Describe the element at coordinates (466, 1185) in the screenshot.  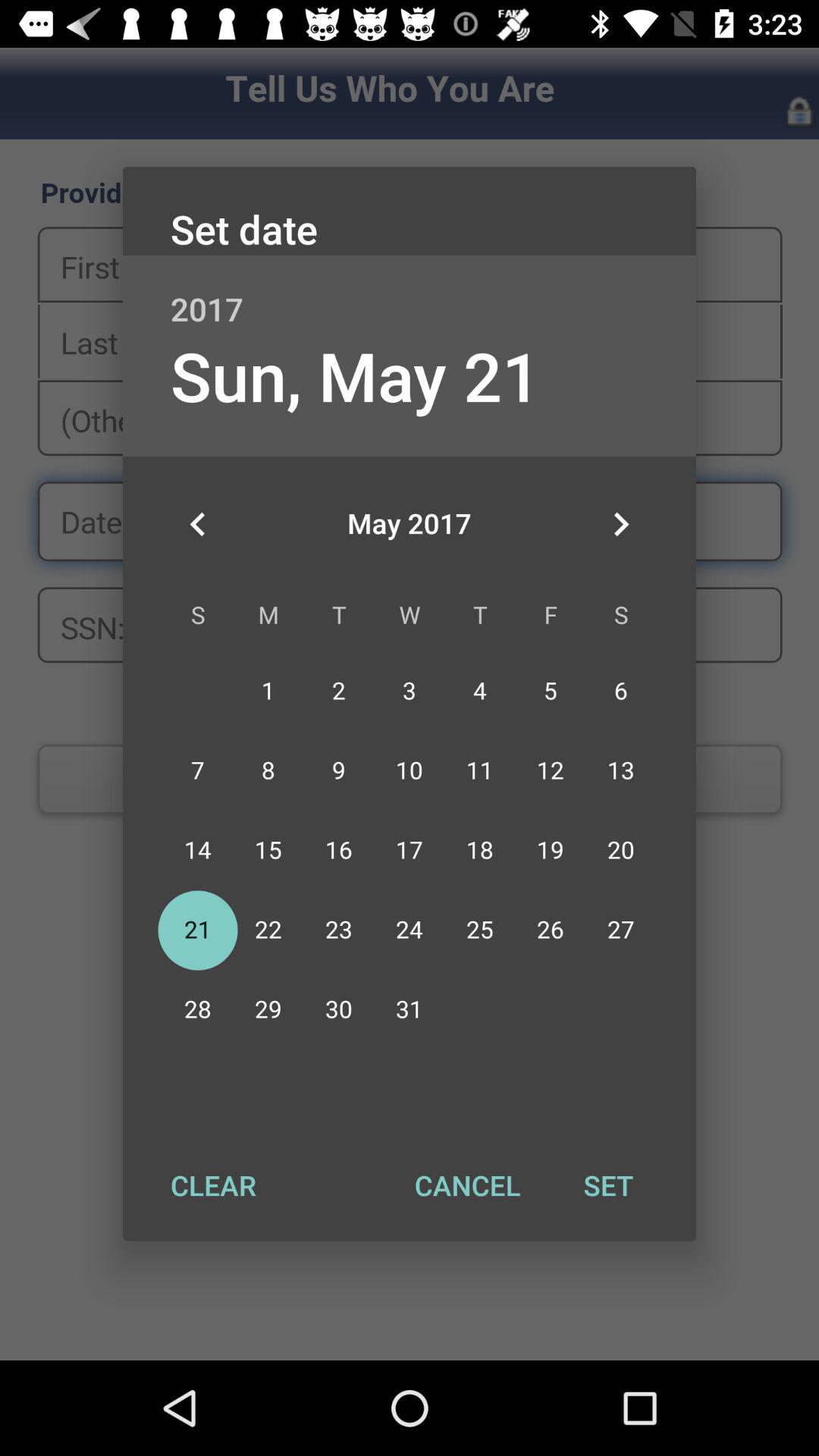
I see `icon to the right of the clear` at that location.